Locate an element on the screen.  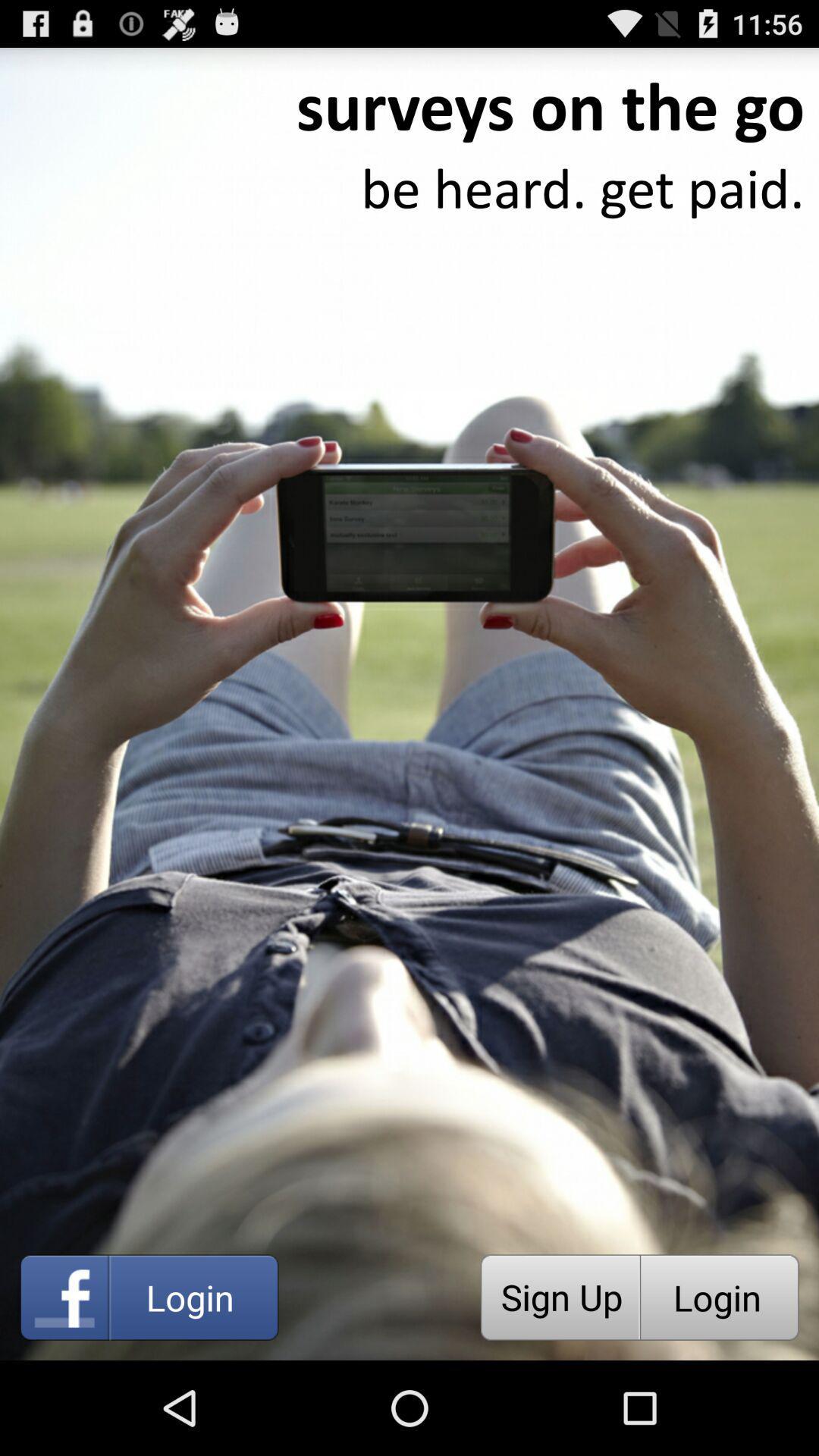
the item to the left of login button is located at coordinates (560, 1297).